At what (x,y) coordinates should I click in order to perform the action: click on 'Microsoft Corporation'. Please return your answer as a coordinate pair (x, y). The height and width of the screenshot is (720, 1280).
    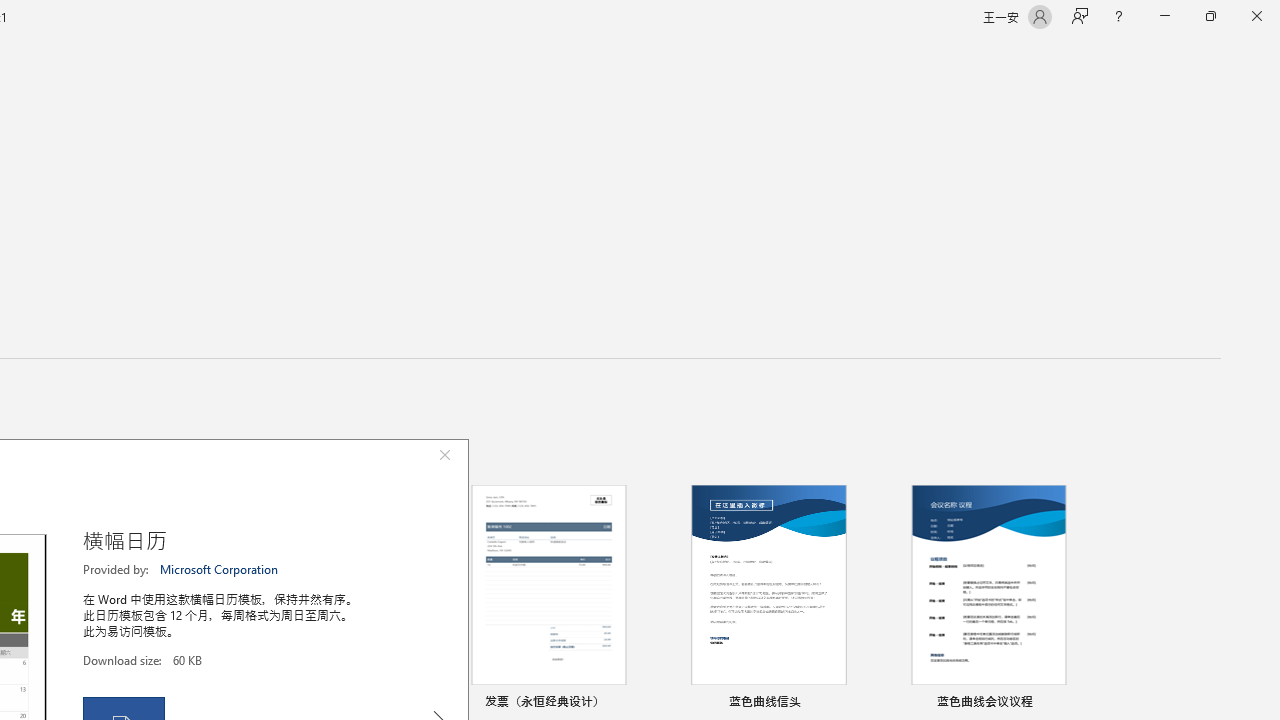
    Looking at the image, I should click on (220, 569).